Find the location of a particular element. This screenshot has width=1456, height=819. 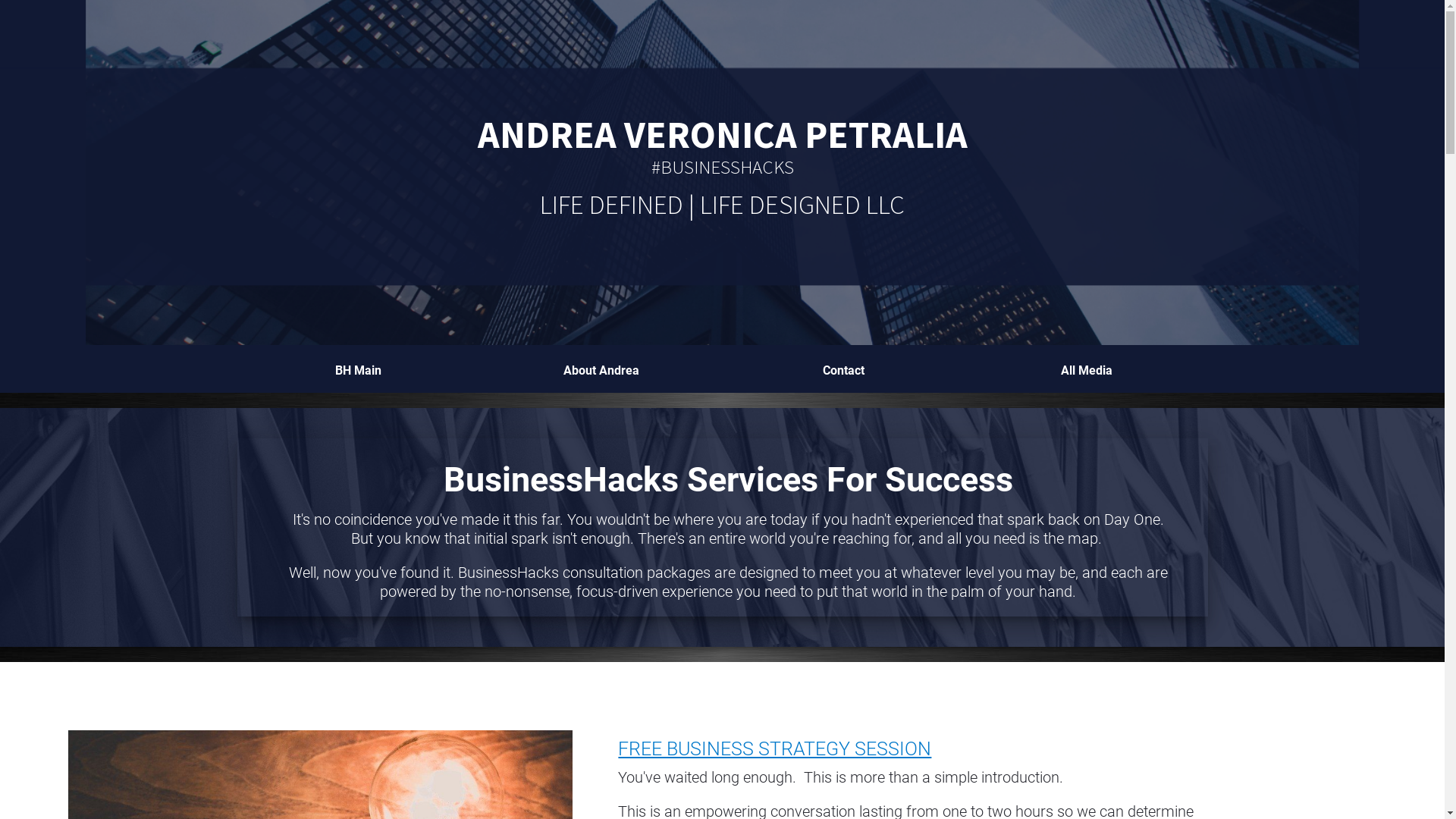

'FREE BUSINESS STRATEGY SESSION' is located at coordinates (774, 748).